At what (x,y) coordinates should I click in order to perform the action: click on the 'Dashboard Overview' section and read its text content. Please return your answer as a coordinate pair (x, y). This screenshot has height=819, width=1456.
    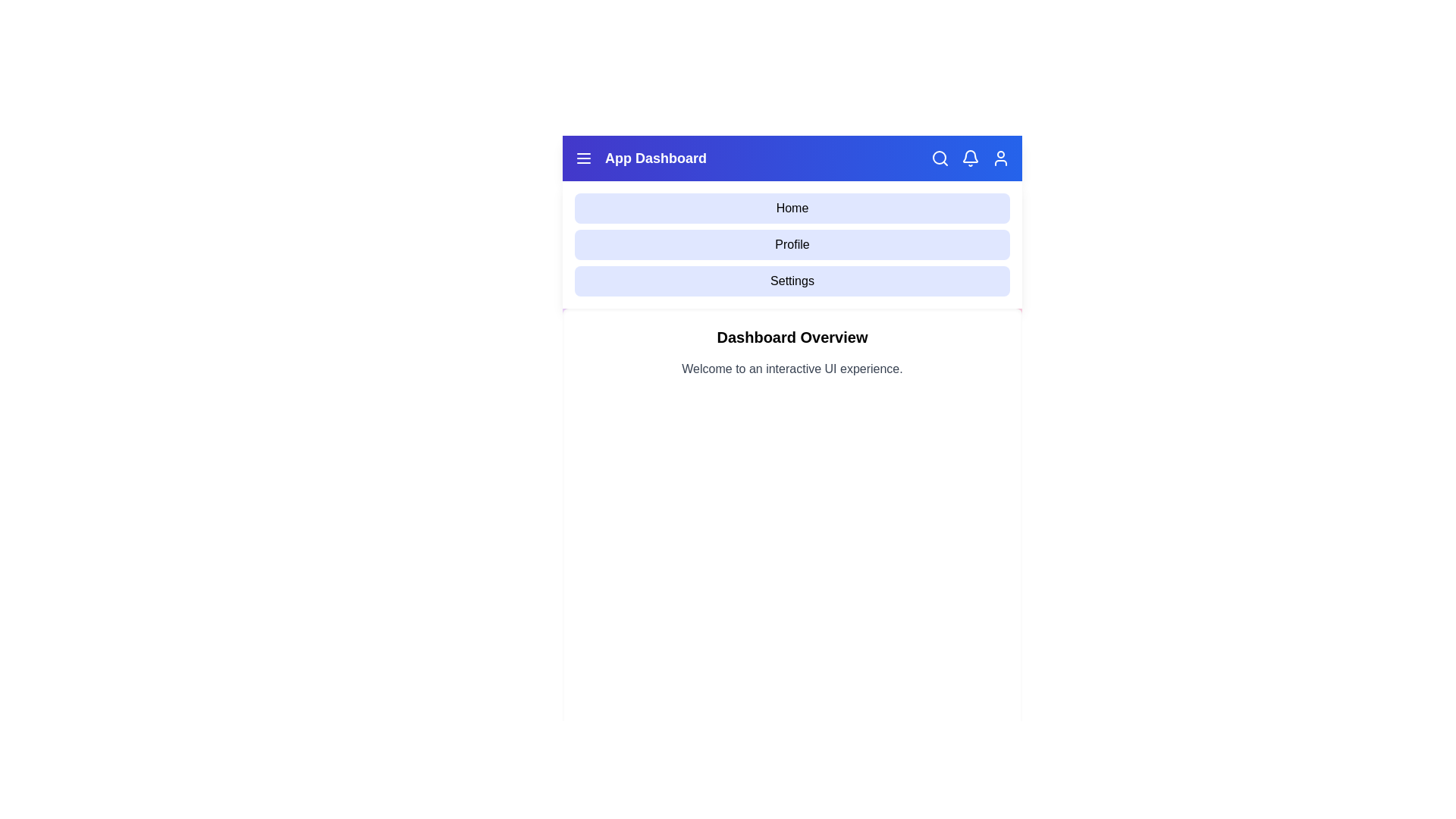
    Looking at the image, I should click on (792, 336).